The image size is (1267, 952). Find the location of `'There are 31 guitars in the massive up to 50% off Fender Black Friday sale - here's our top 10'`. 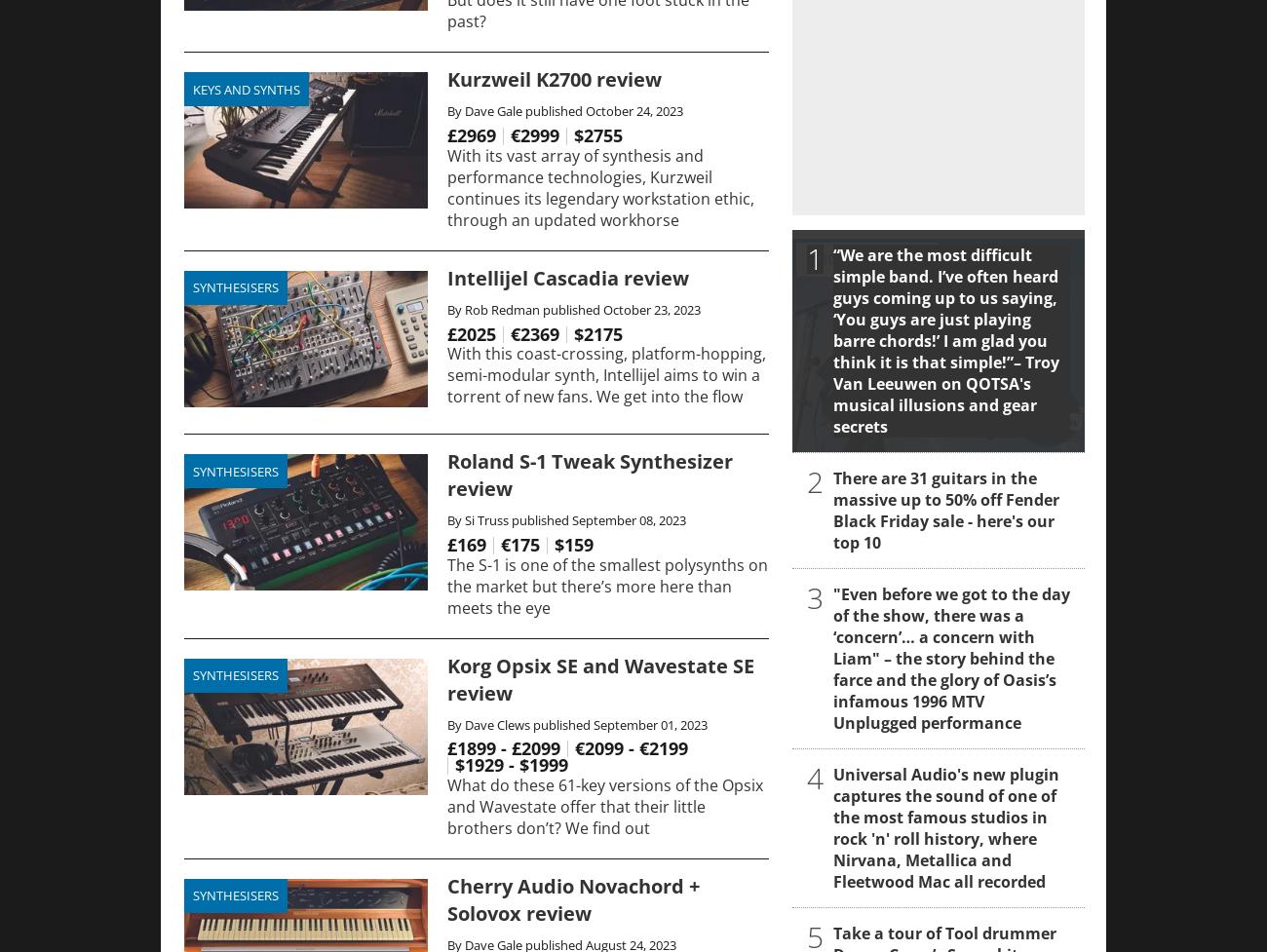

'There are 31 guitars in the massive up to 50% off Fender Black Friday sale - here's our top 10' is located at coordinates (945, 509).